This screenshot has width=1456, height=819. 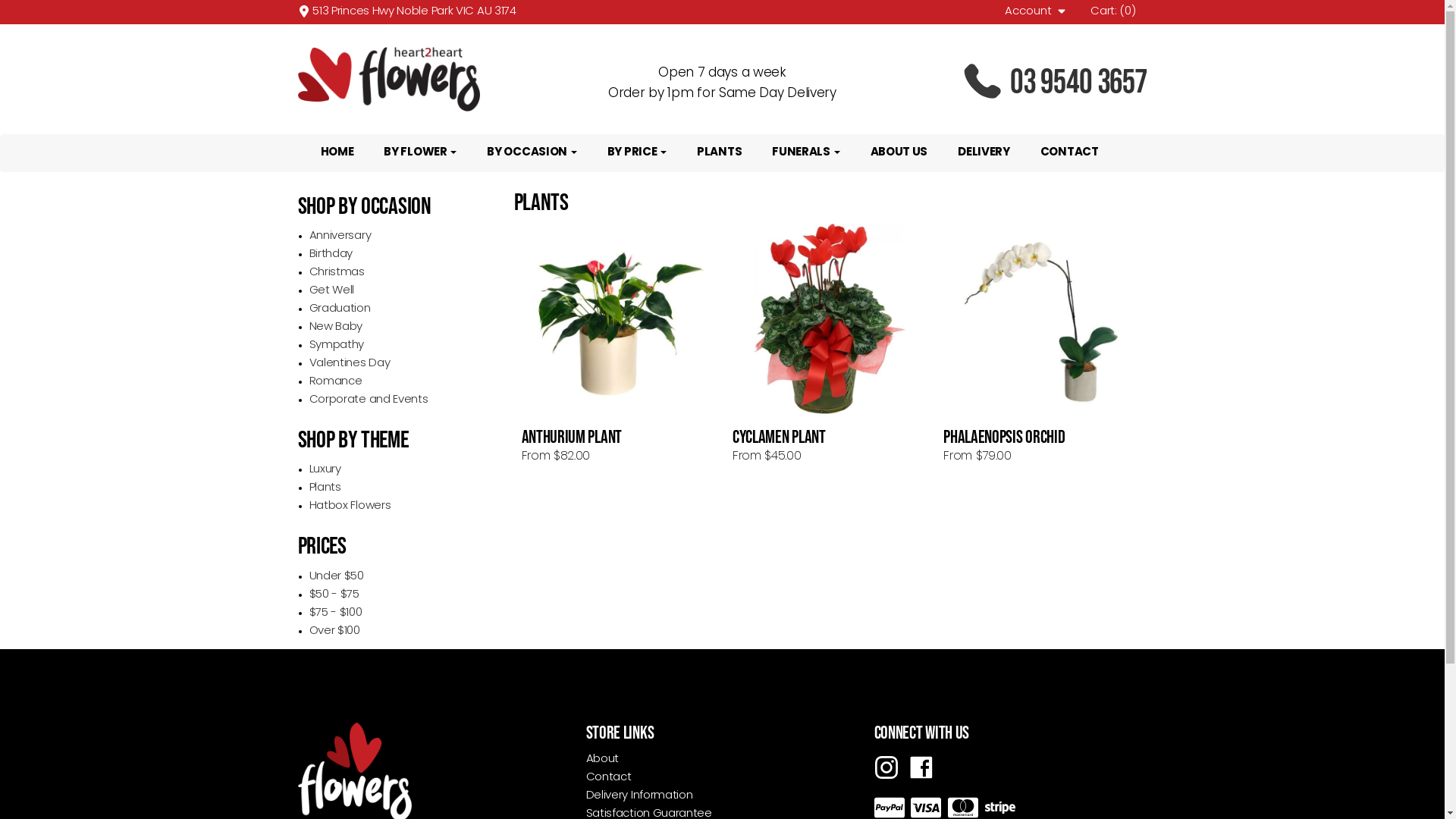 I want to click on '03 9540 3657', so click(x=1009, y=81).